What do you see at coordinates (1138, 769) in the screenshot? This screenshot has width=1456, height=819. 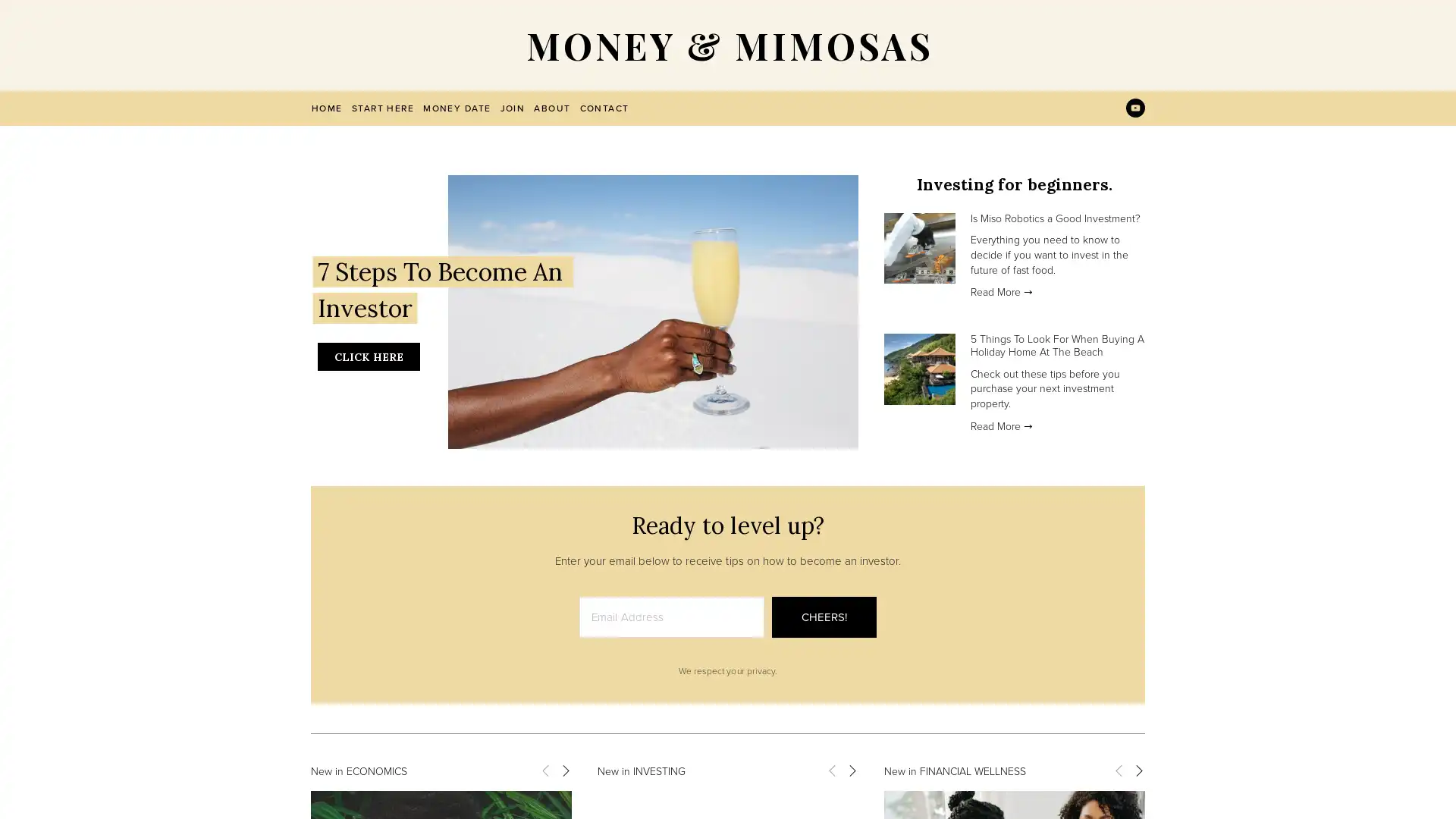 I see `Next` at bounding box center [1138, 769].